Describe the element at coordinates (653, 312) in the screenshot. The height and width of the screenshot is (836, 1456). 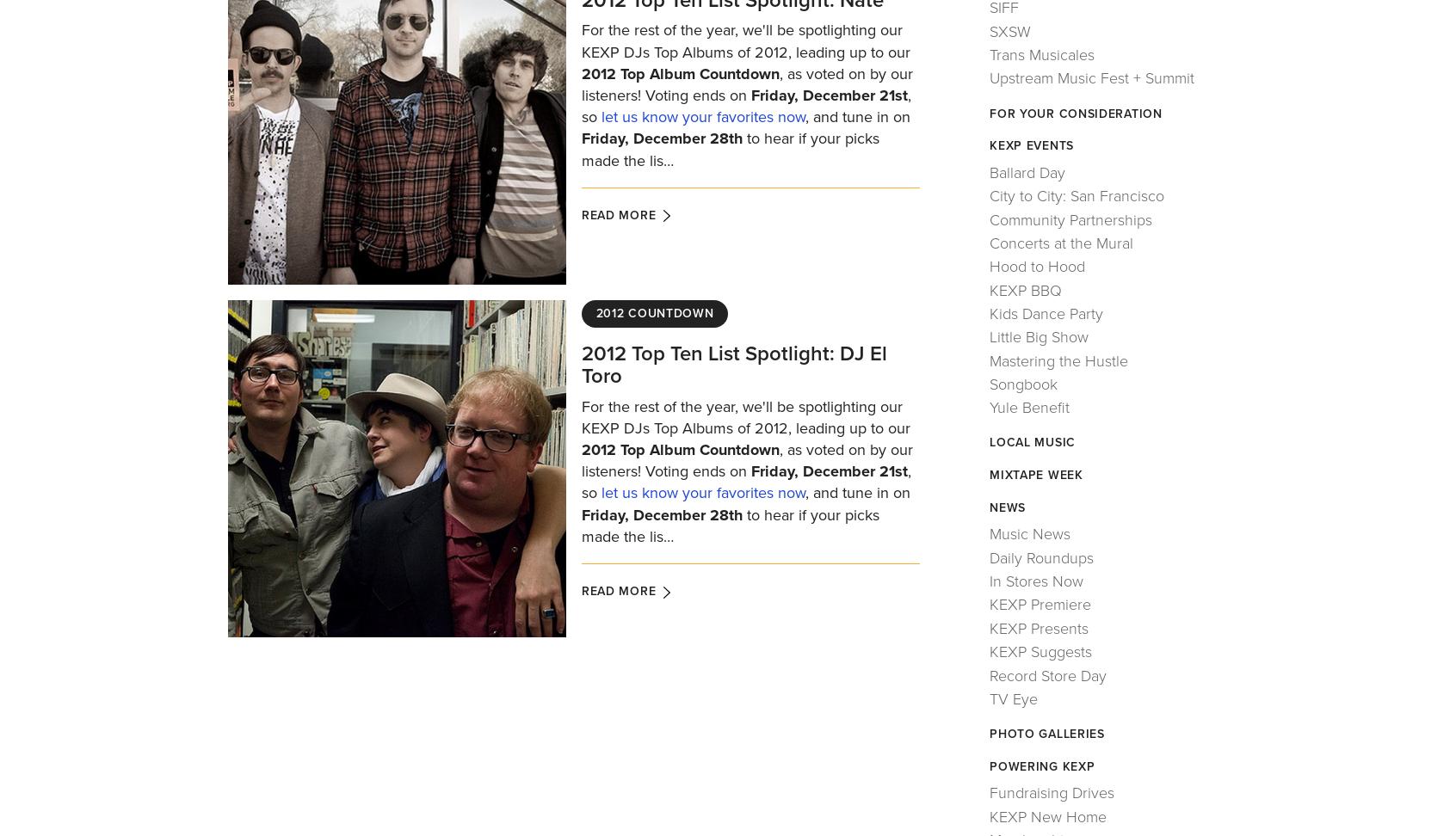
I see `'2012 Countdown'` at that location.